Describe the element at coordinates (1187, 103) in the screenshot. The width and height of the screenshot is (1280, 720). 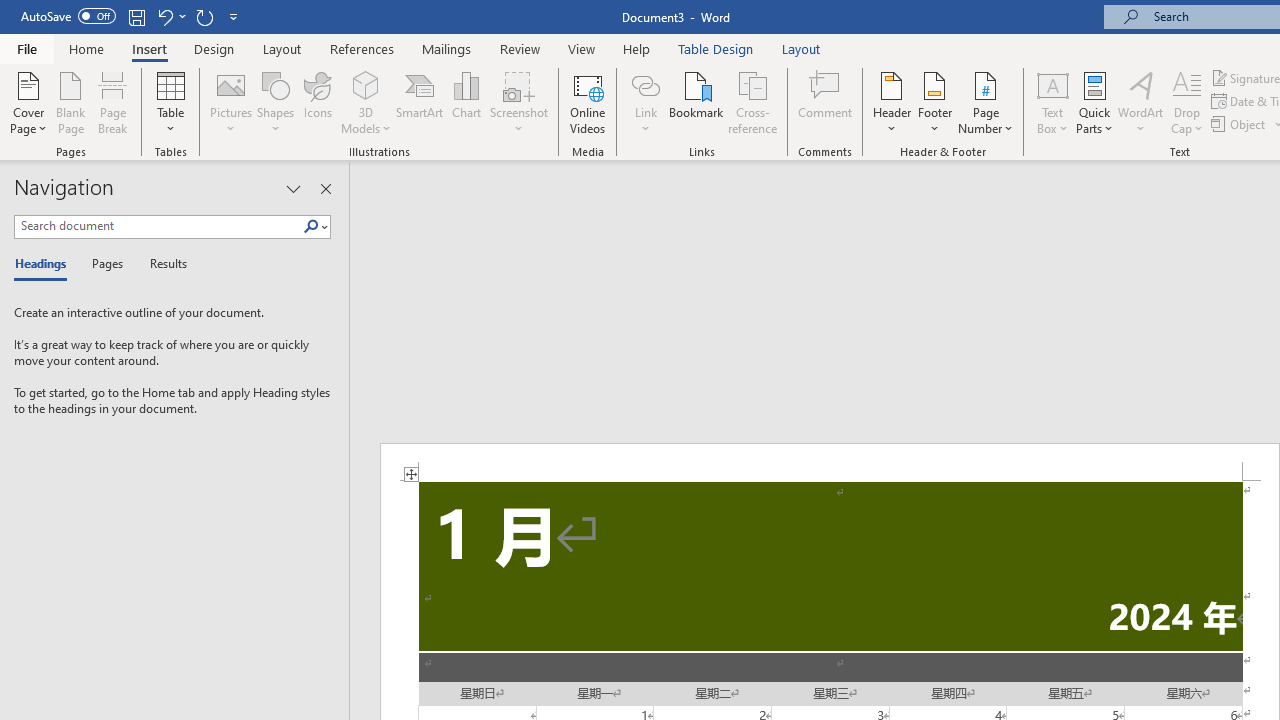
I see `'Drop Cap'` at that location.